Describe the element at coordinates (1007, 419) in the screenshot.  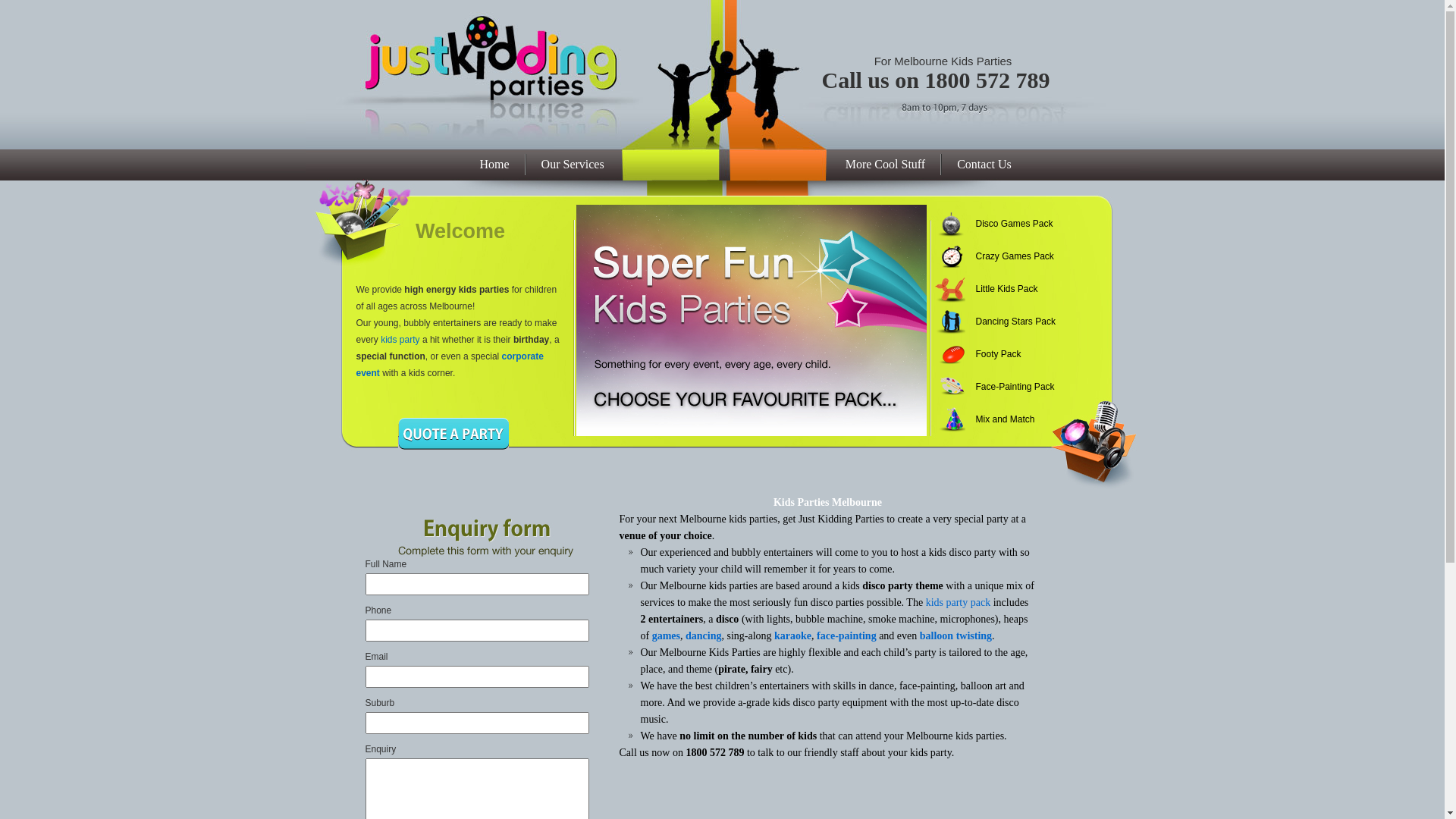
I see `'Mix and Match'` at that location.